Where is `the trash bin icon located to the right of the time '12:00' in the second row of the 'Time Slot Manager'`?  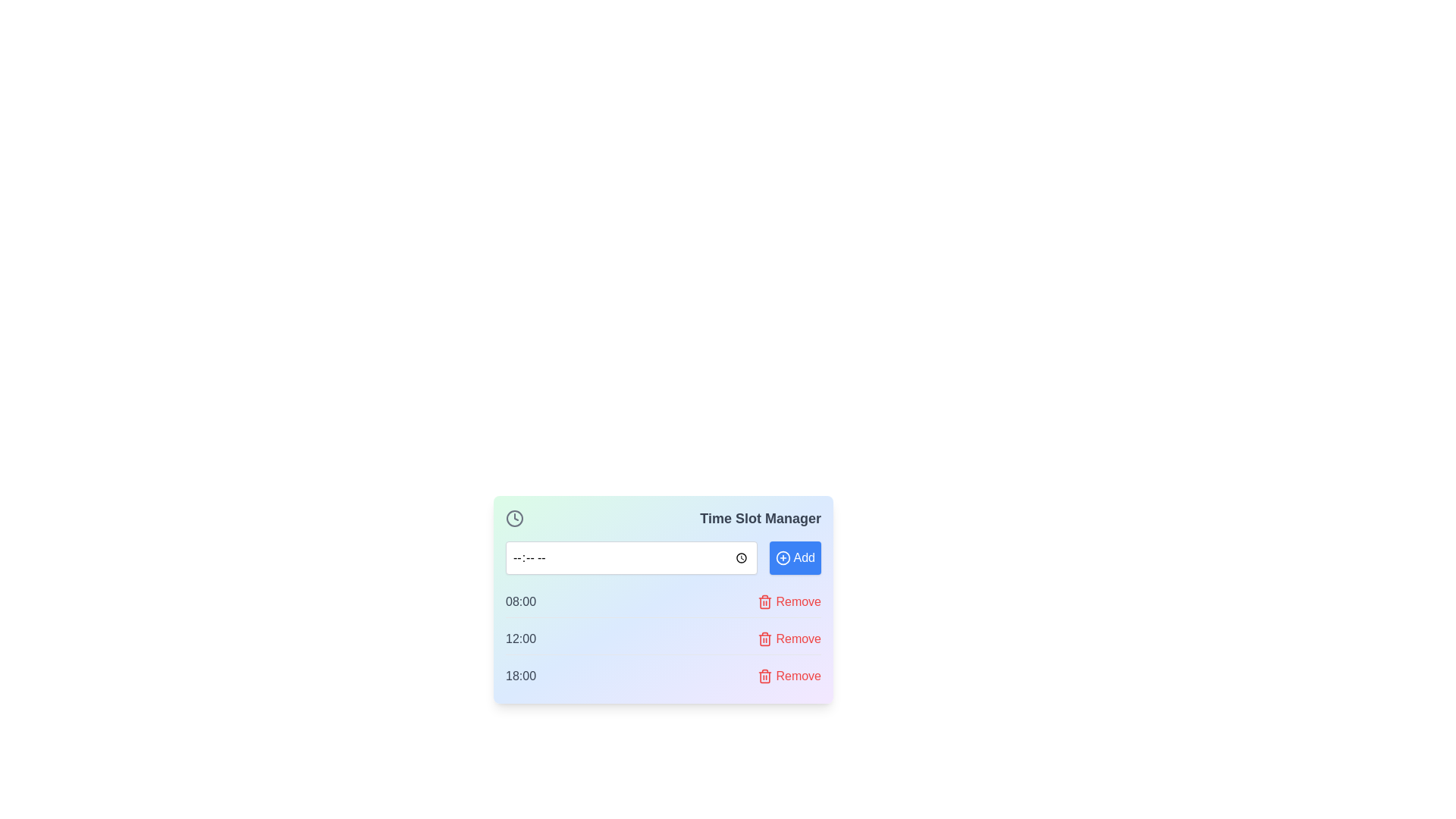
the trash bin icon located to the right of the time '12:00' in the second row of the 'Time Slot Manager' is located at coordinates (765, 639).